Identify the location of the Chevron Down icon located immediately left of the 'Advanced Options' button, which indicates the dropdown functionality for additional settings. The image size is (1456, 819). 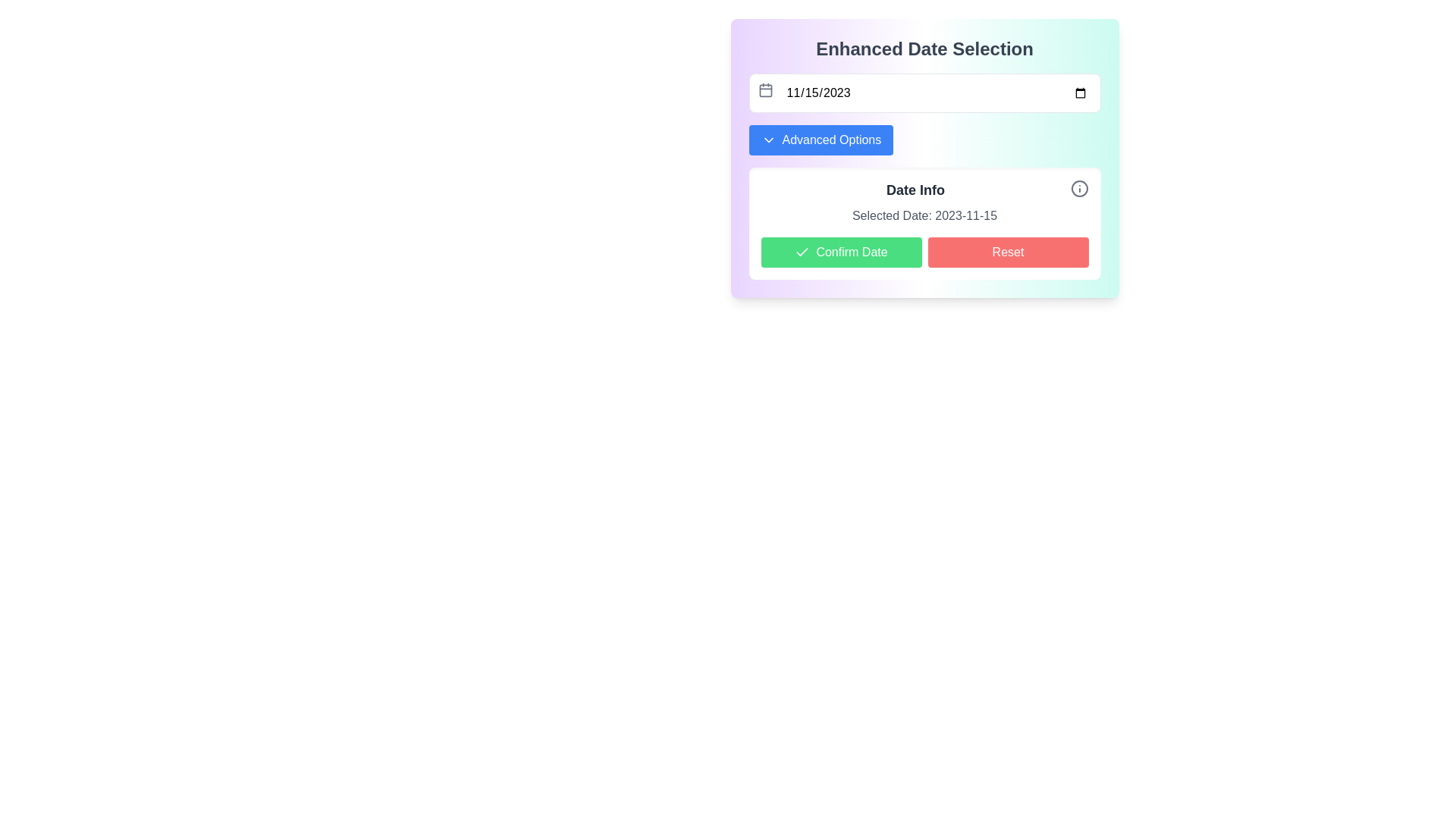
(768, 140).